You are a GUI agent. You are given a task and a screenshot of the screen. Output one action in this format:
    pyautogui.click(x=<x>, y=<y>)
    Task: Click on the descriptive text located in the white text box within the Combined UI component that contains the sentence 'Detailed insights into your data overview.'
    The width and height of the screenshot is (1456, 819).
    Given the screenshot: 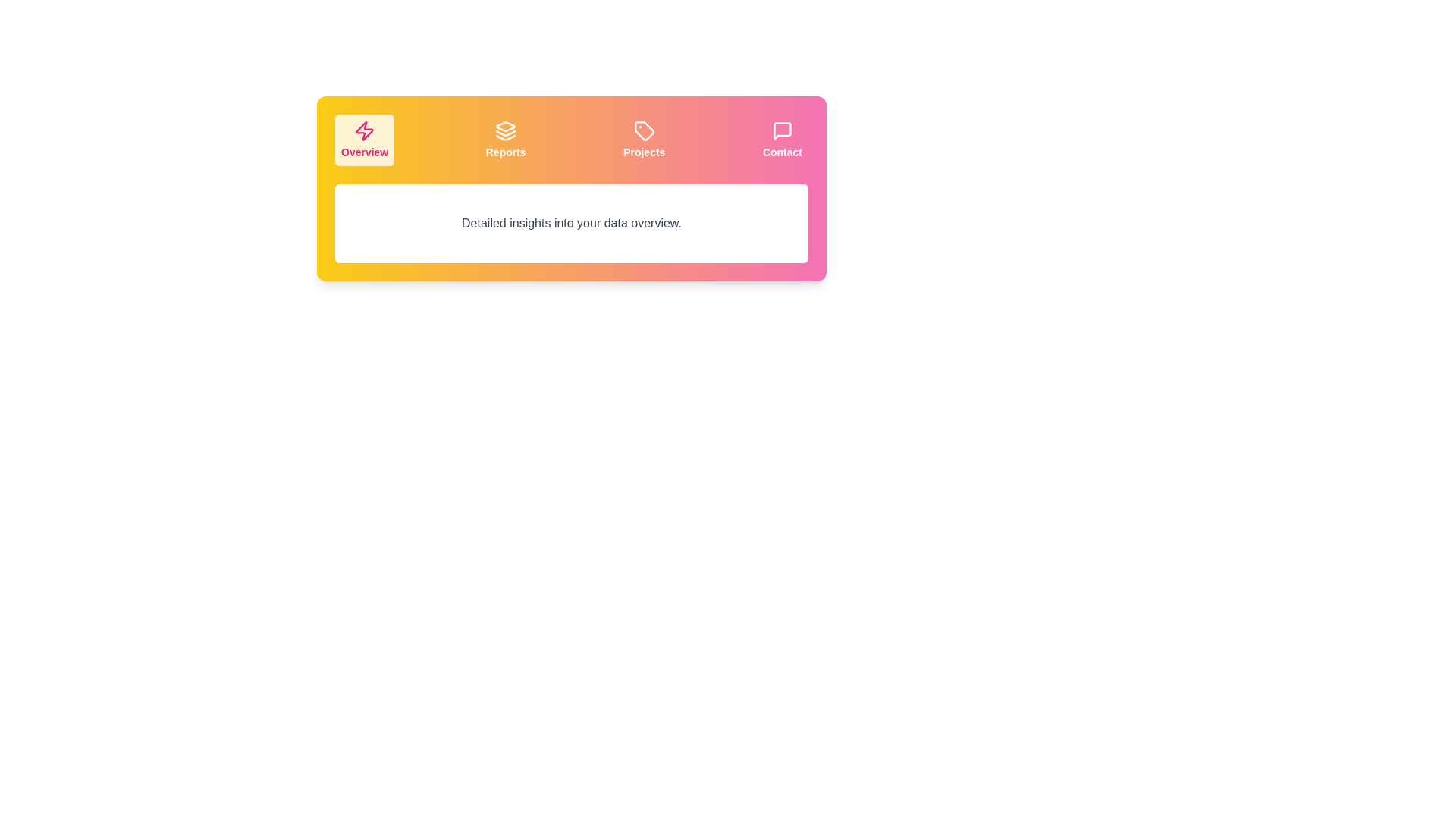 What is the action you would take?
    pyautogui.click(x=570, y=188)
    